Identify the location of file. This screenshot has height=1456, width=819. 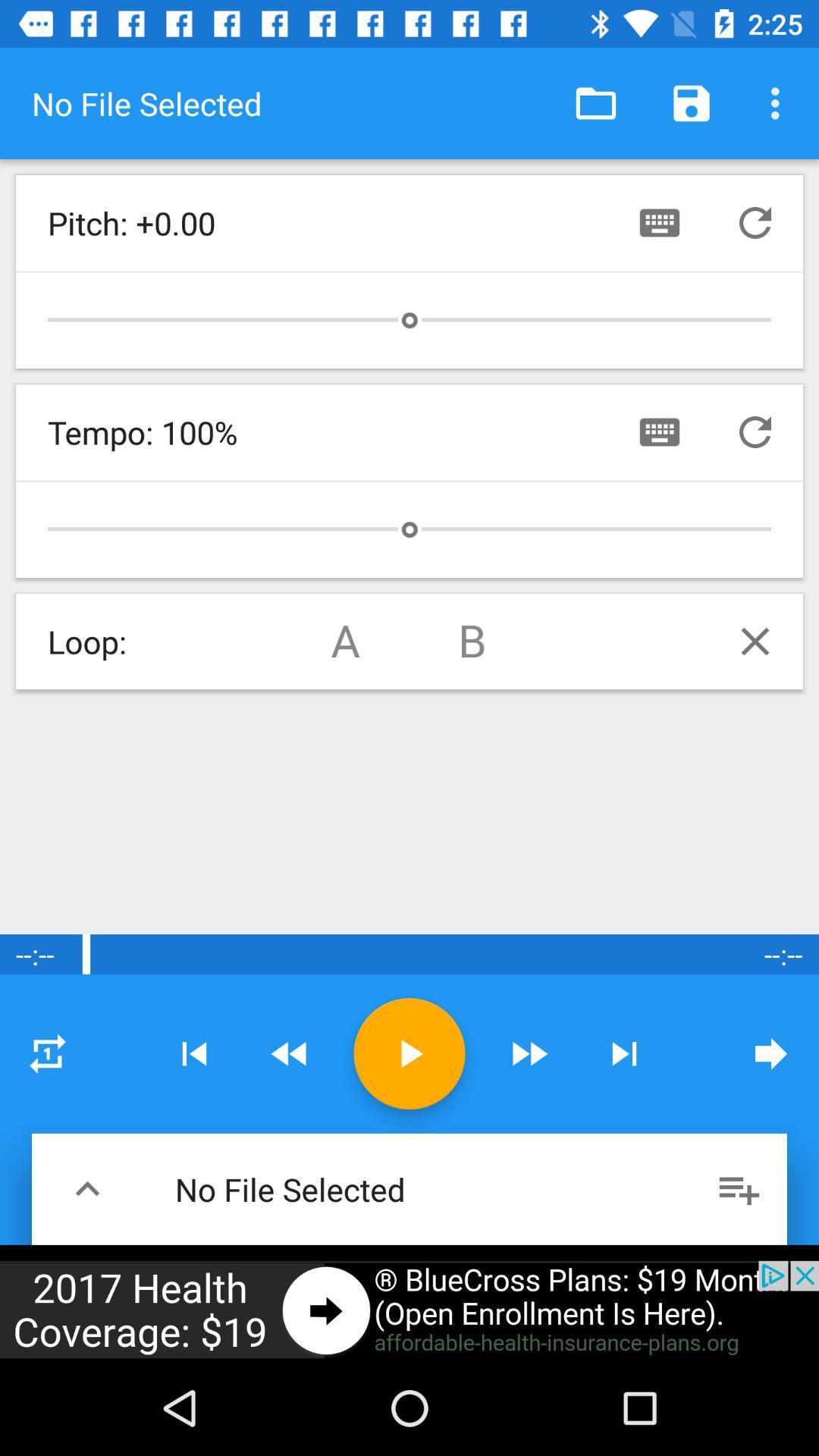
(409, 1053).